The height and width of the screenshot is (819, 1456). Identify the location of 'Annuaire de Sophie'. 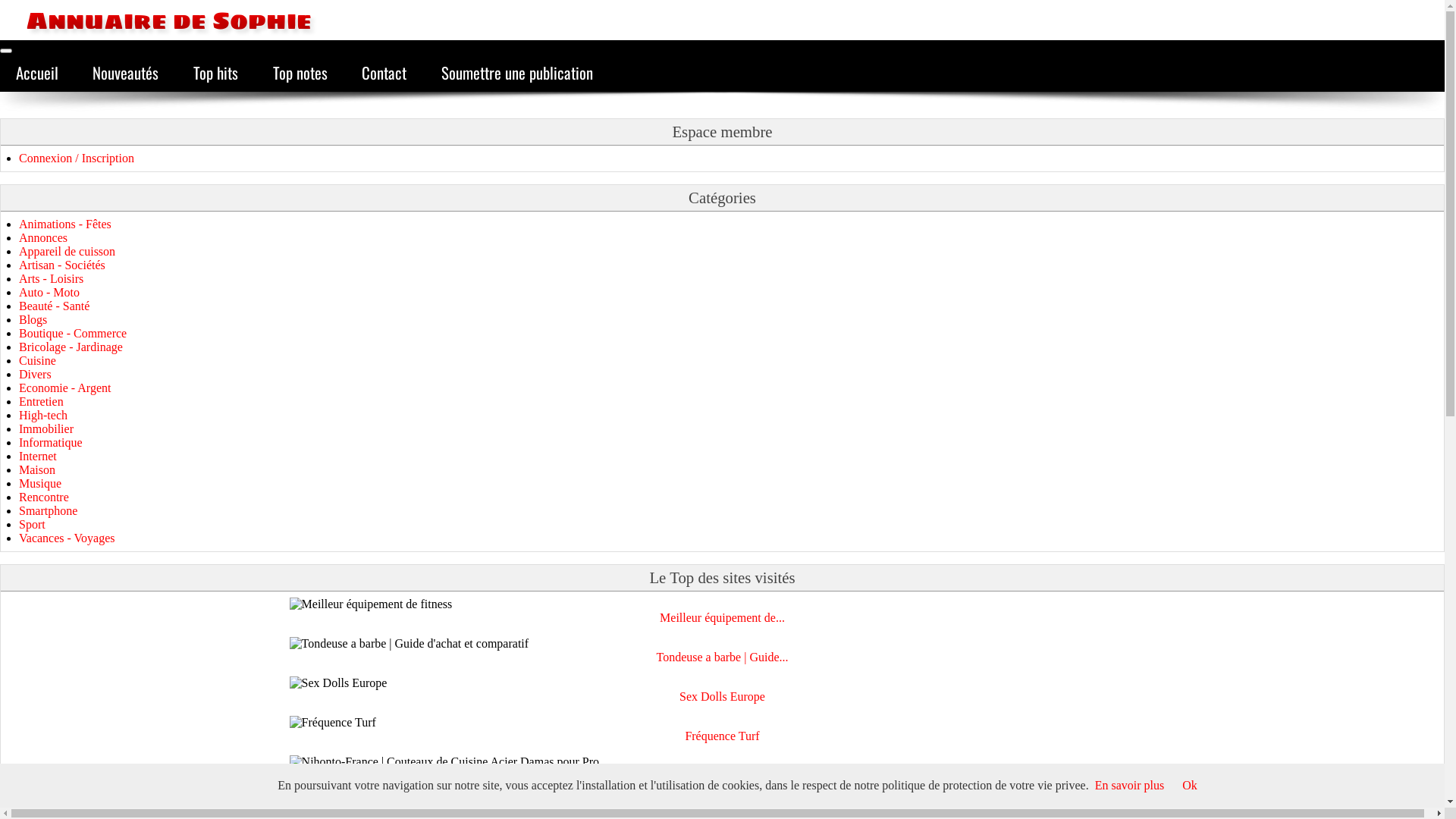
(155, 20).